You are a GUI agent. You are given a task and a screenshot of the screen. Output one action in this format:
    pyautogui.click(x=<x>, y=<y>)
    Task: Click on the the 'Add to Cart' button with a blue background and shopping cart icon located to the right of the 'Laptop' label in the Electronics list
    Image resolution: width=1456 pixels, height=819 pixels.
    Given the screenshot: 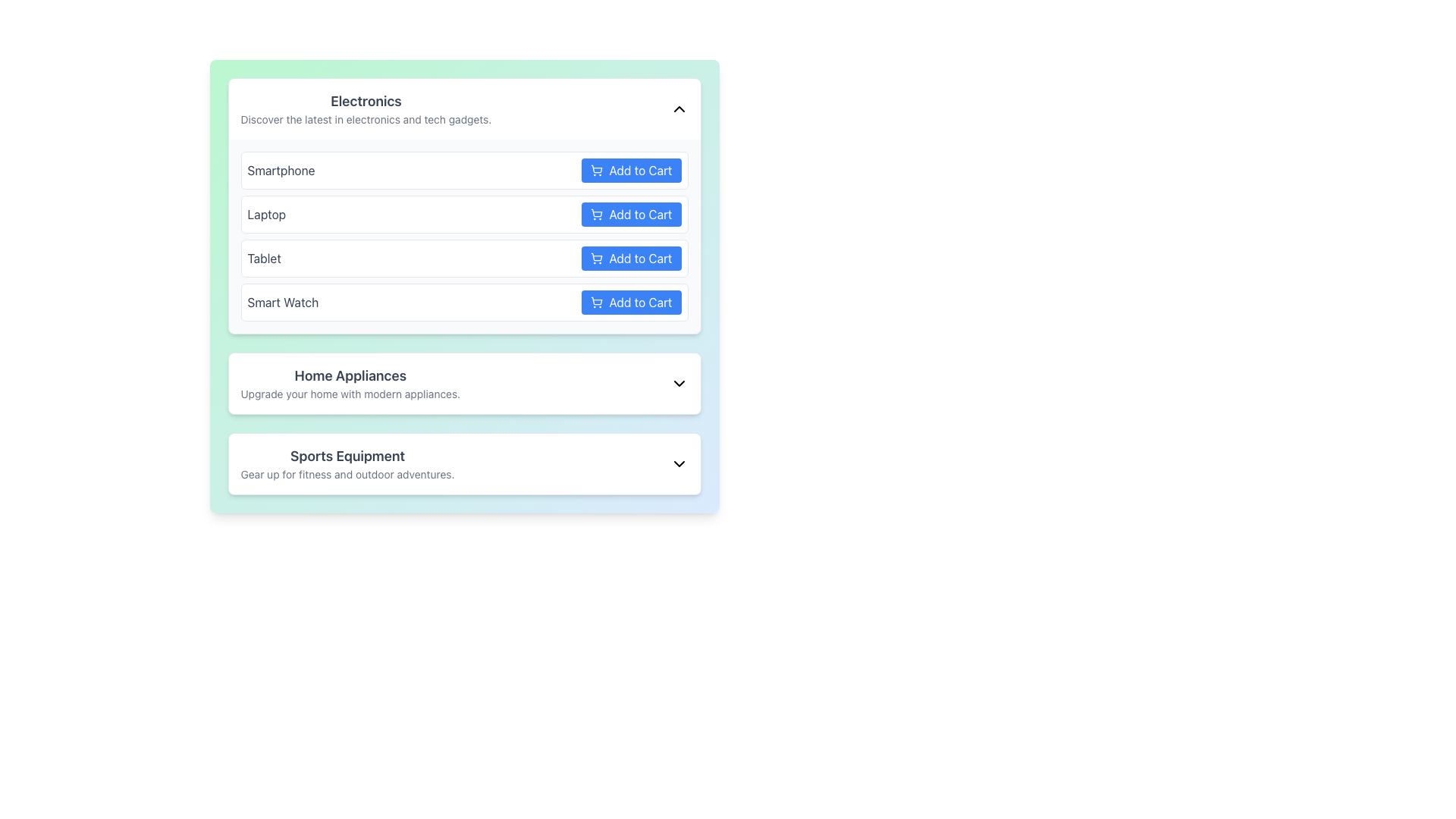 What is the action you would take?
    pyautogui.click(x=631, y=214)
    